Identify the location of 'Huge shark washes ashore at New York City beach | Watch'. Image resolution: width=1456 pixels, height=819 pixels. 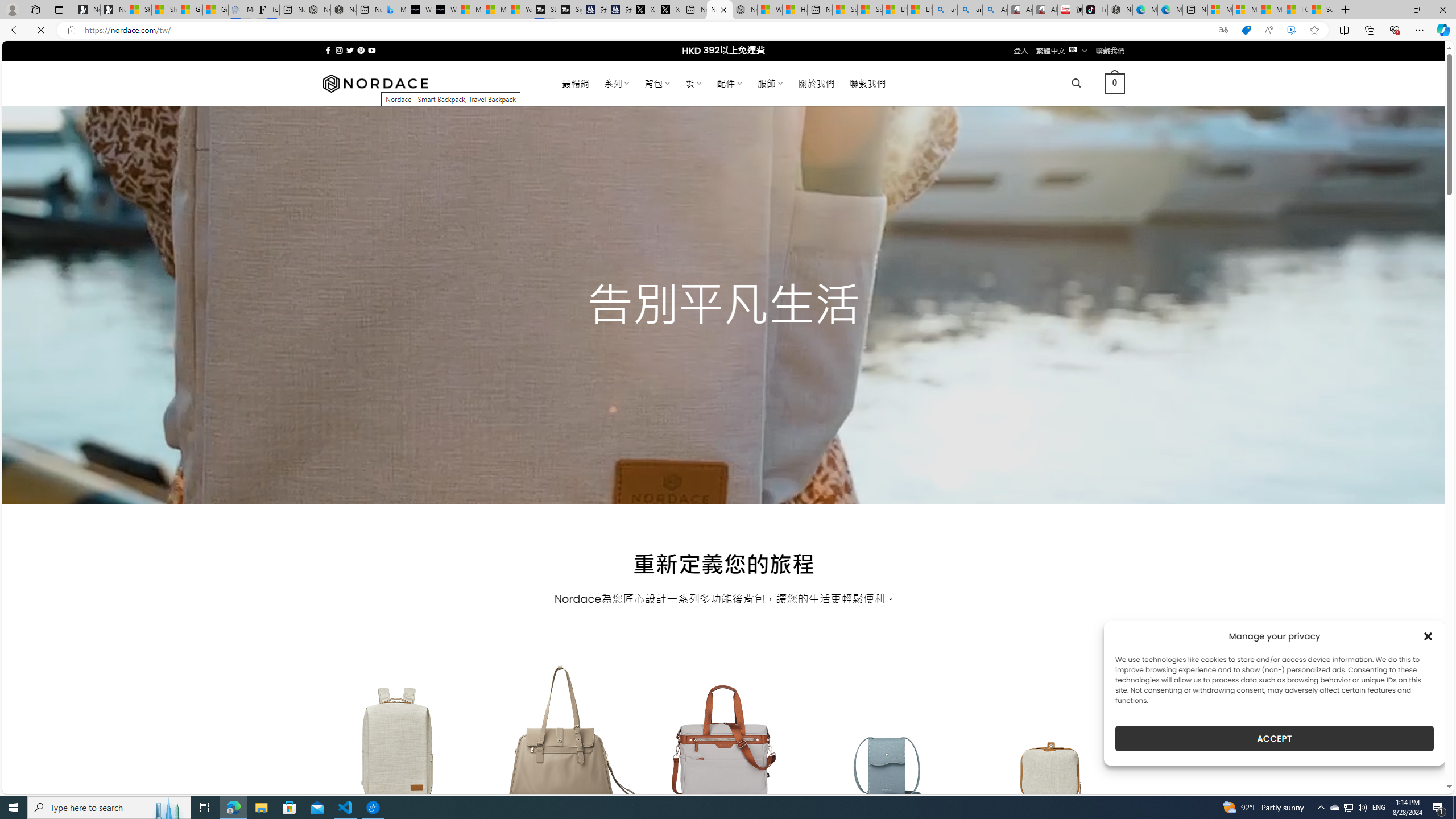
(795, 9).